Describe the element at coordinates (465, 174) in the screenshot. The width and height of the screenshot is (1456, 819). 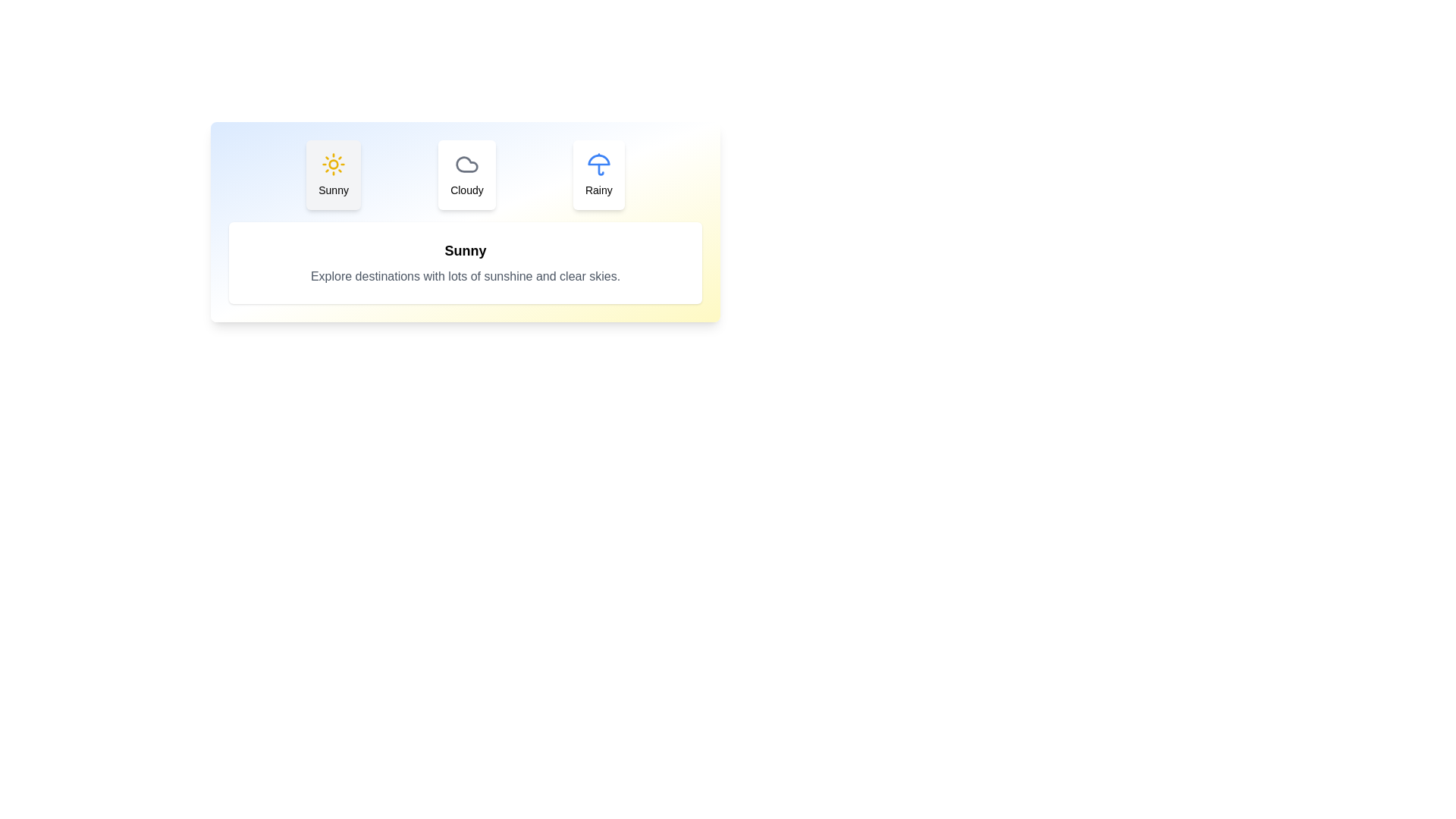
I see `the weather category icon Cloudy` at that location.